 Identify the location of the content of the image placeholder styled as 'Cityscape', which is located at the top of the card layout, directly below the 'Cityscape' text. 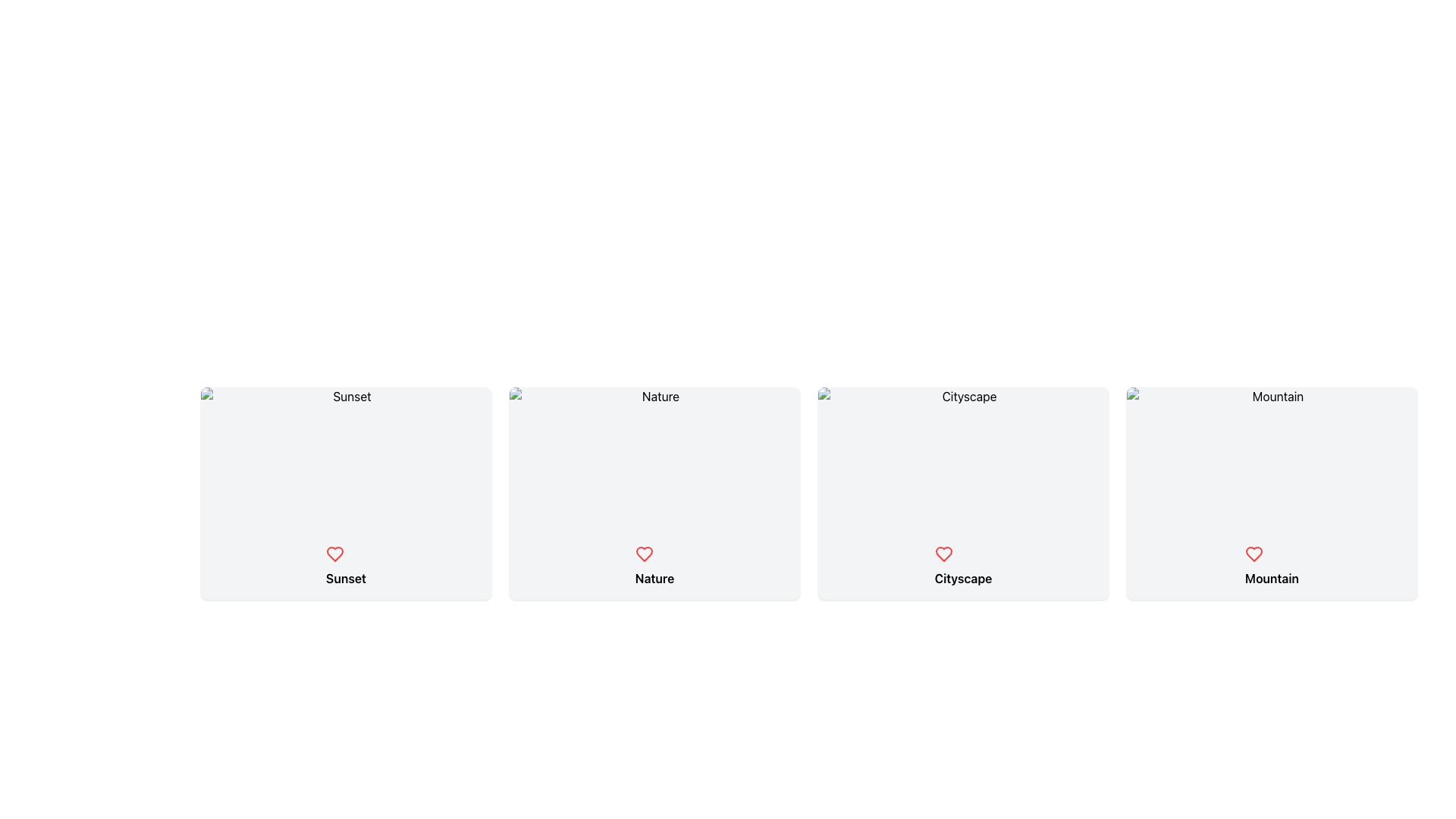
(962, 459).